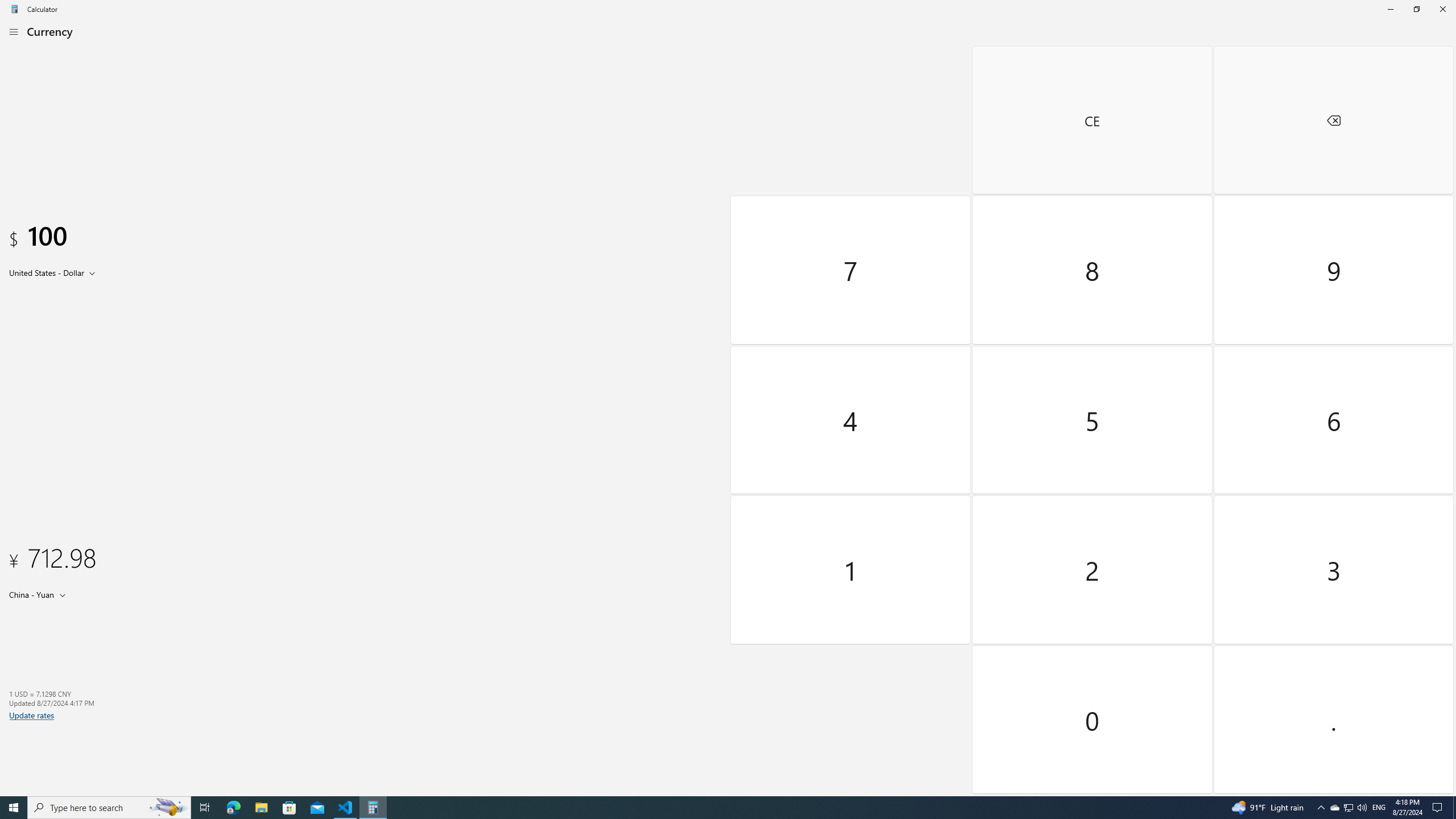 Image resolution: width=1456 pixels, height=819 pixels. Describe the element at coordinates (1092, 419) in the screenshot. I see `'Five'` at that location.